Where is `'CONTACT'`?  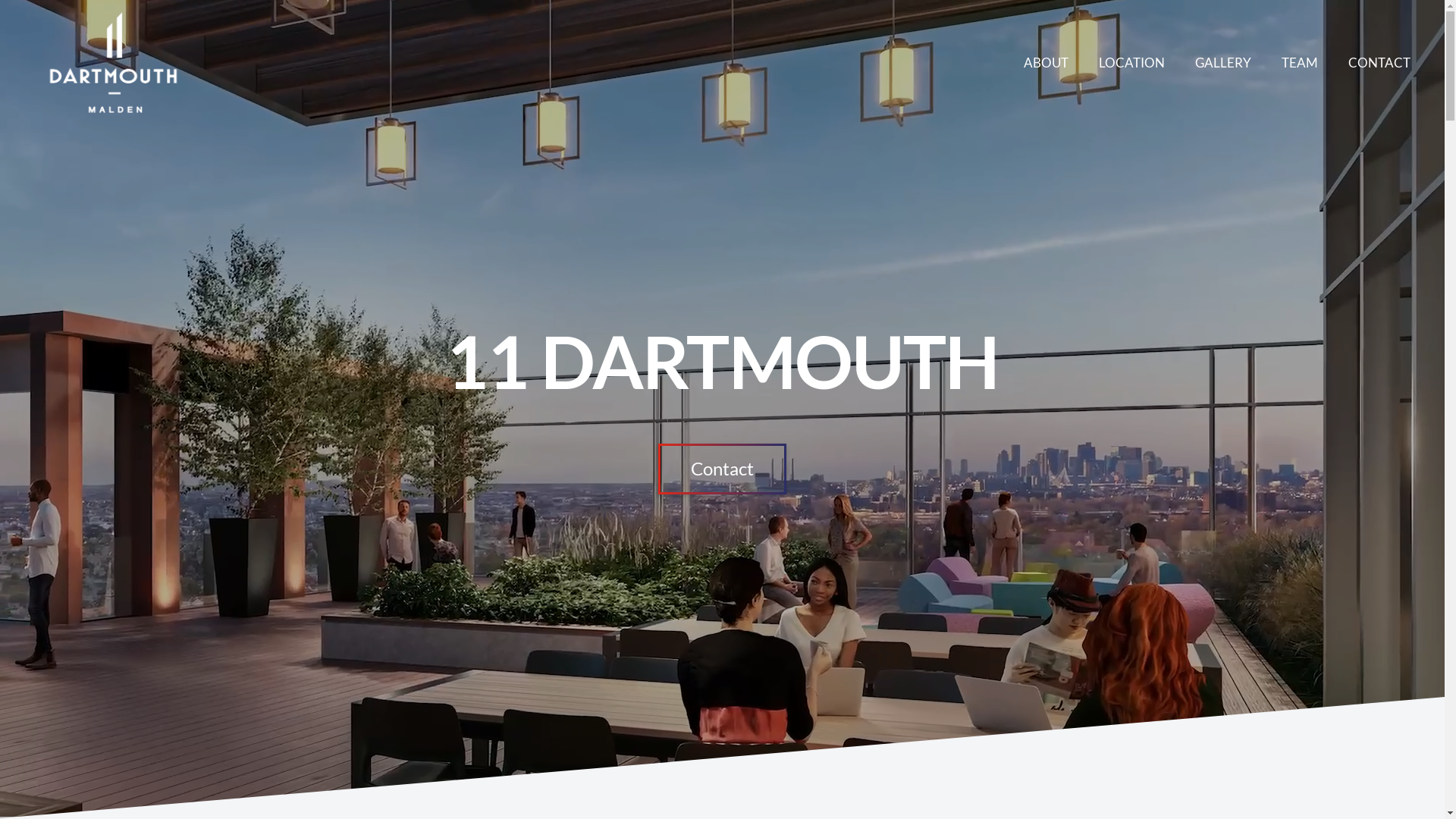
'CONTACT' is located at coordinates (1379, 61).